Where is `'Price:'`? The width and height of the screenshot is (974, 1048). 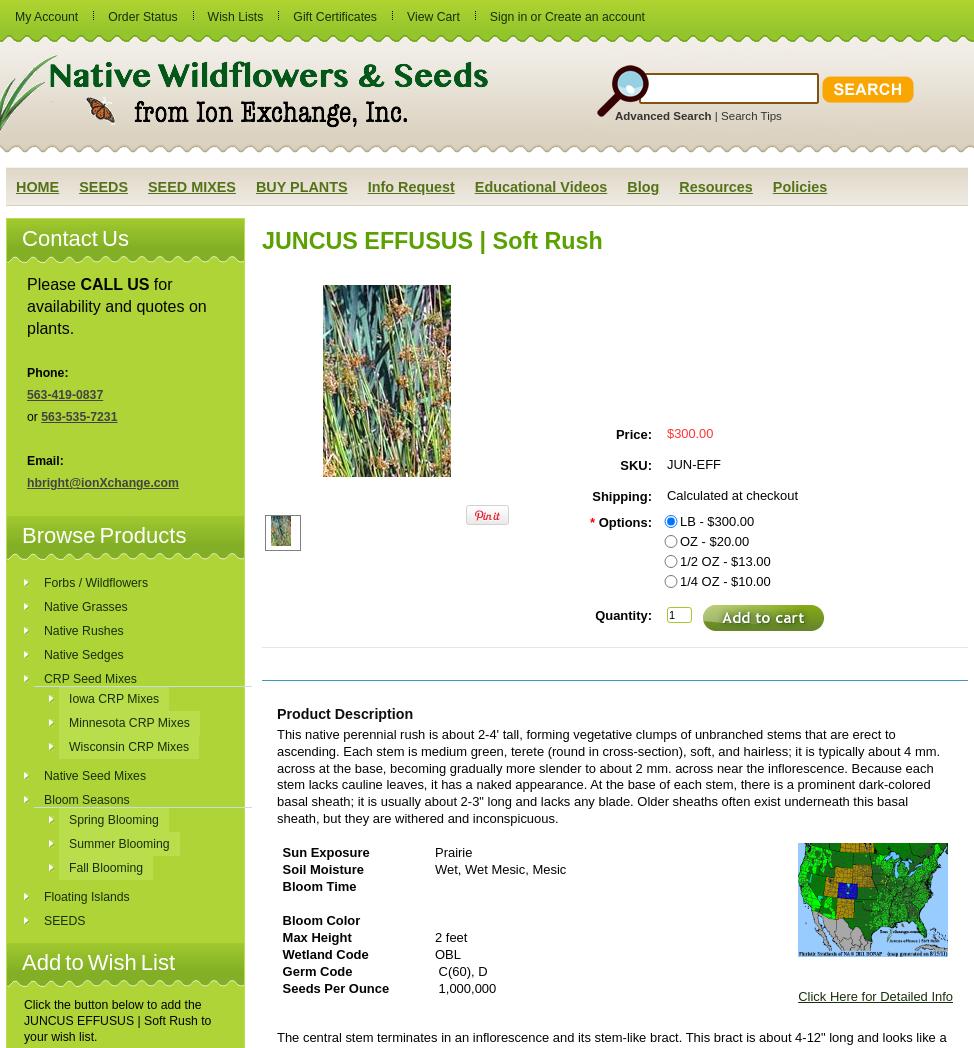
'Price:' is located at coordinates (632, 434).